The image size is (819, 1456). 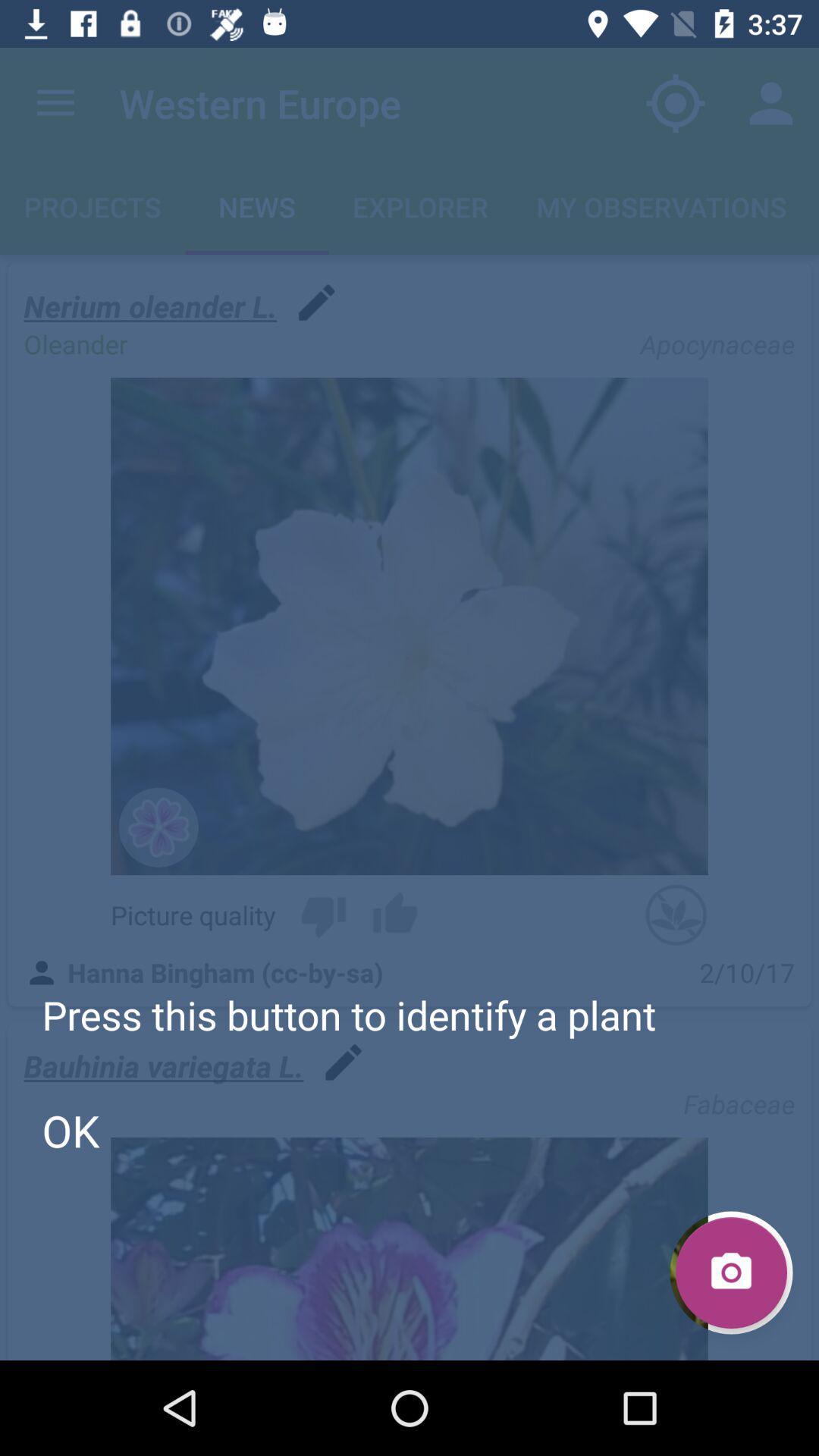 I want to click on the app to the left of western europe item, so click(x=55, y=102).